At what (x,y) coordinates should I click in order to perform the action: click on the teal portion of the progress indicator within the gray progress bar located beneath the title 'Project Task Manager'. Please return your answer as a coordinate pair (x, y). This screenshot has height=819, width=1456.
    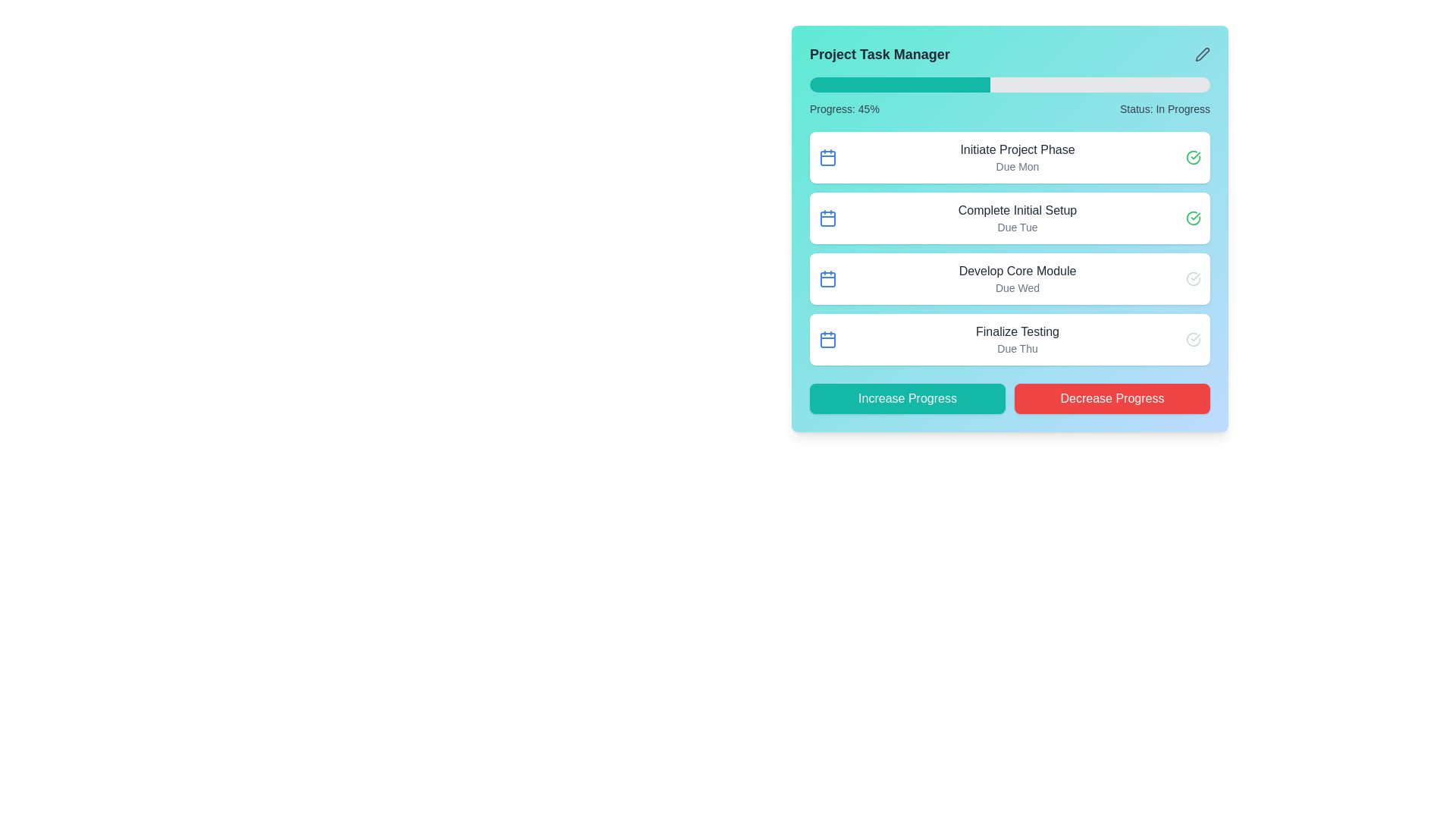
    Looking at the image, I should click on (899, 84).